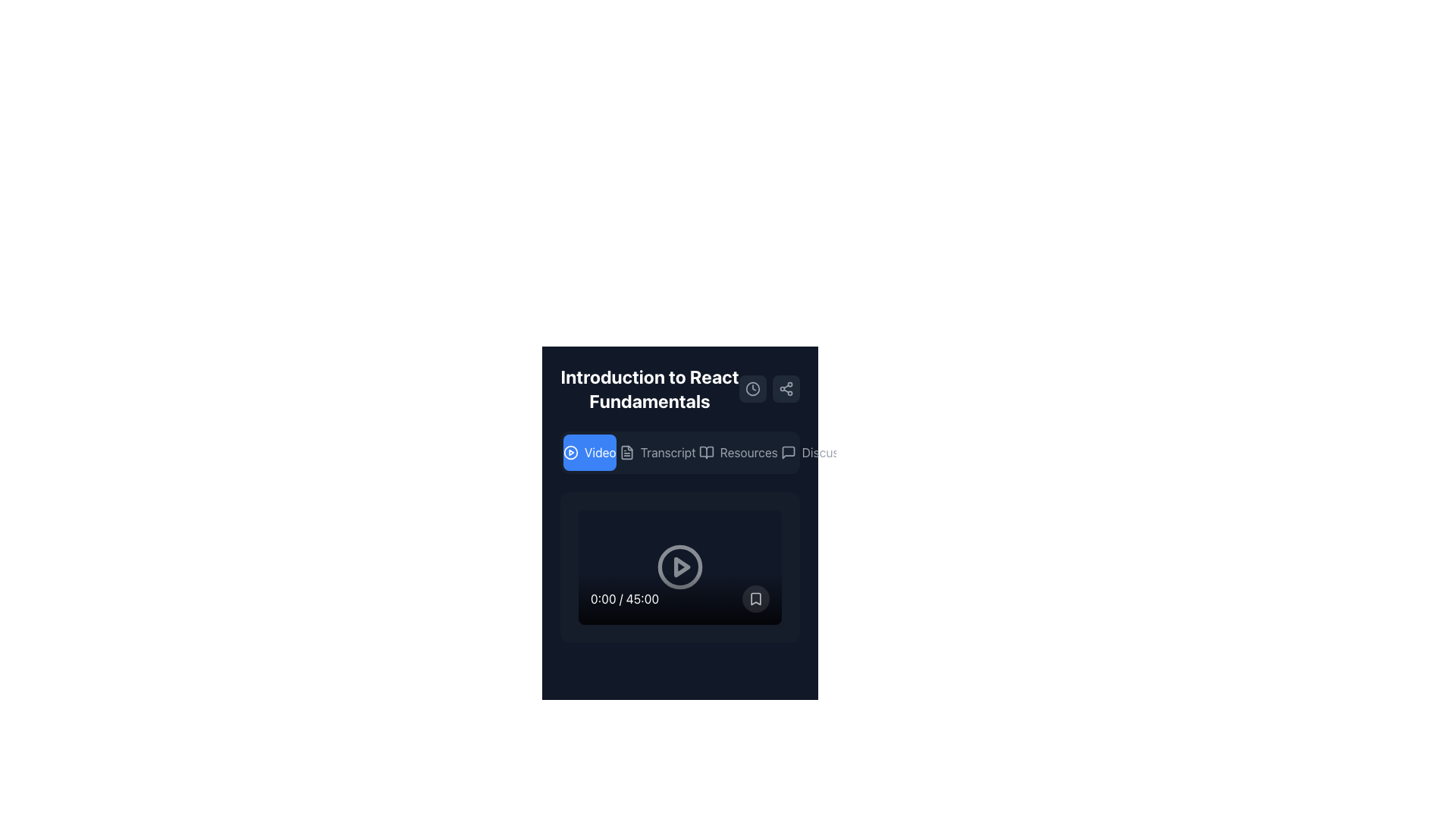  Describe the element at coordinates (753, 388) in the screenshot. I see `the clock icon located in the top-right corner of the 'Introduction to React Fundamentals' card section to navigate its options` at that location.